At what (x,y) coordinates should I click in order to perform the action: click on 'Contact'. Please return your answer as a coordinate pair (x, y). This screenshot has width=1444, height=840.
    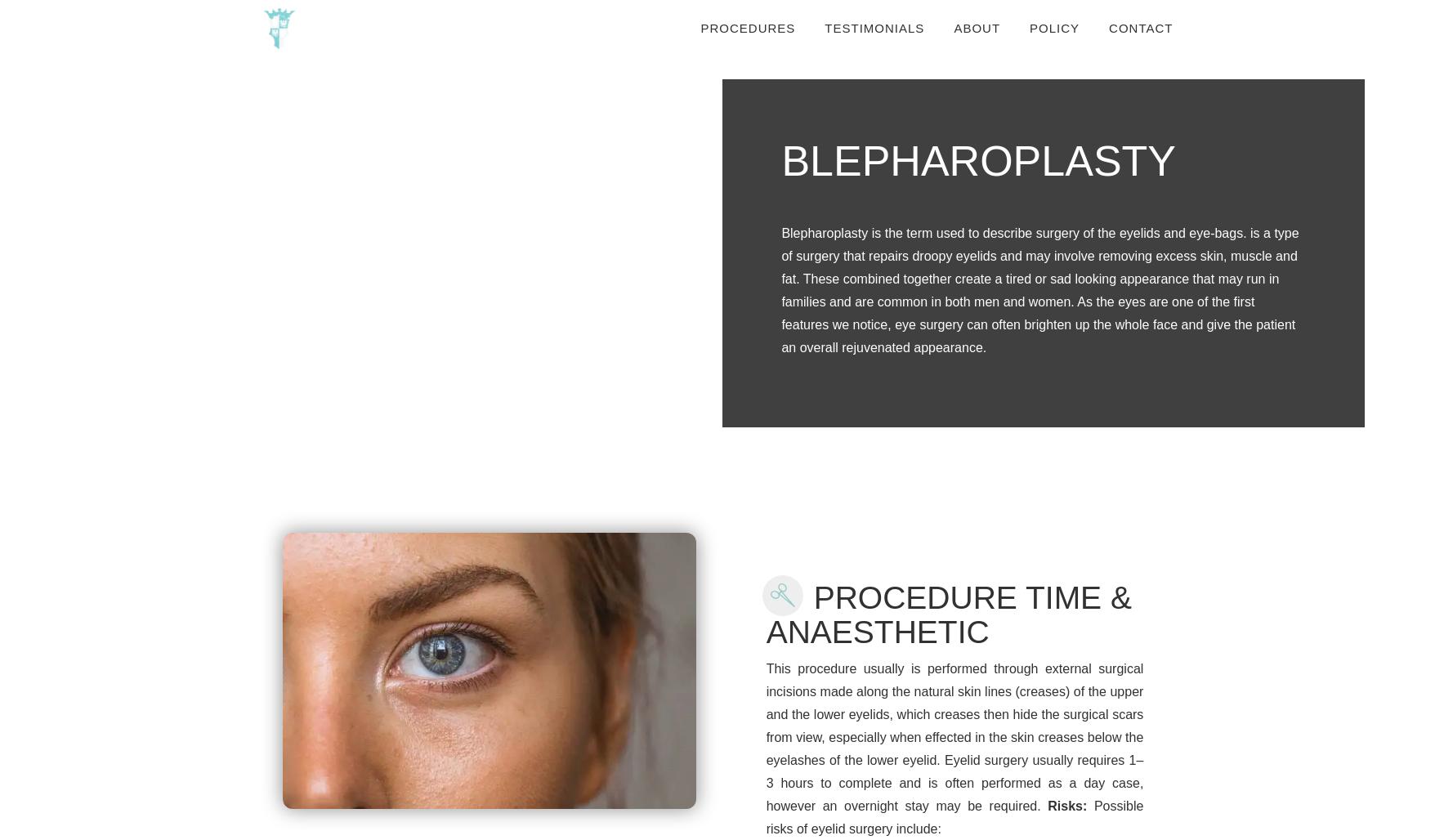
    Looking at the image, I should click on (1139, 28).